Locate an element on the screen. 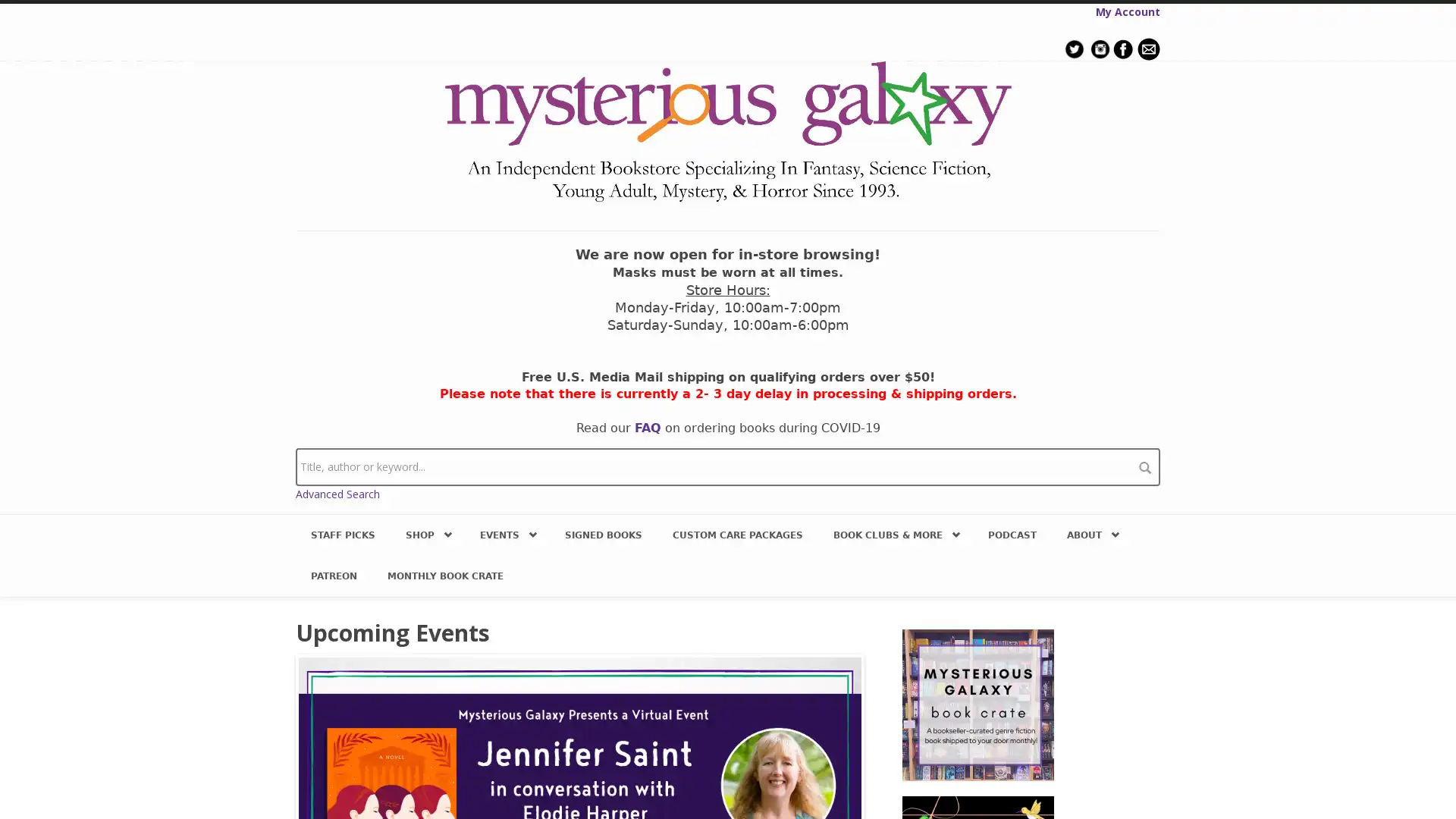 This screenshot has height=819, width=1456. search is located at coordinates (1145, 466).